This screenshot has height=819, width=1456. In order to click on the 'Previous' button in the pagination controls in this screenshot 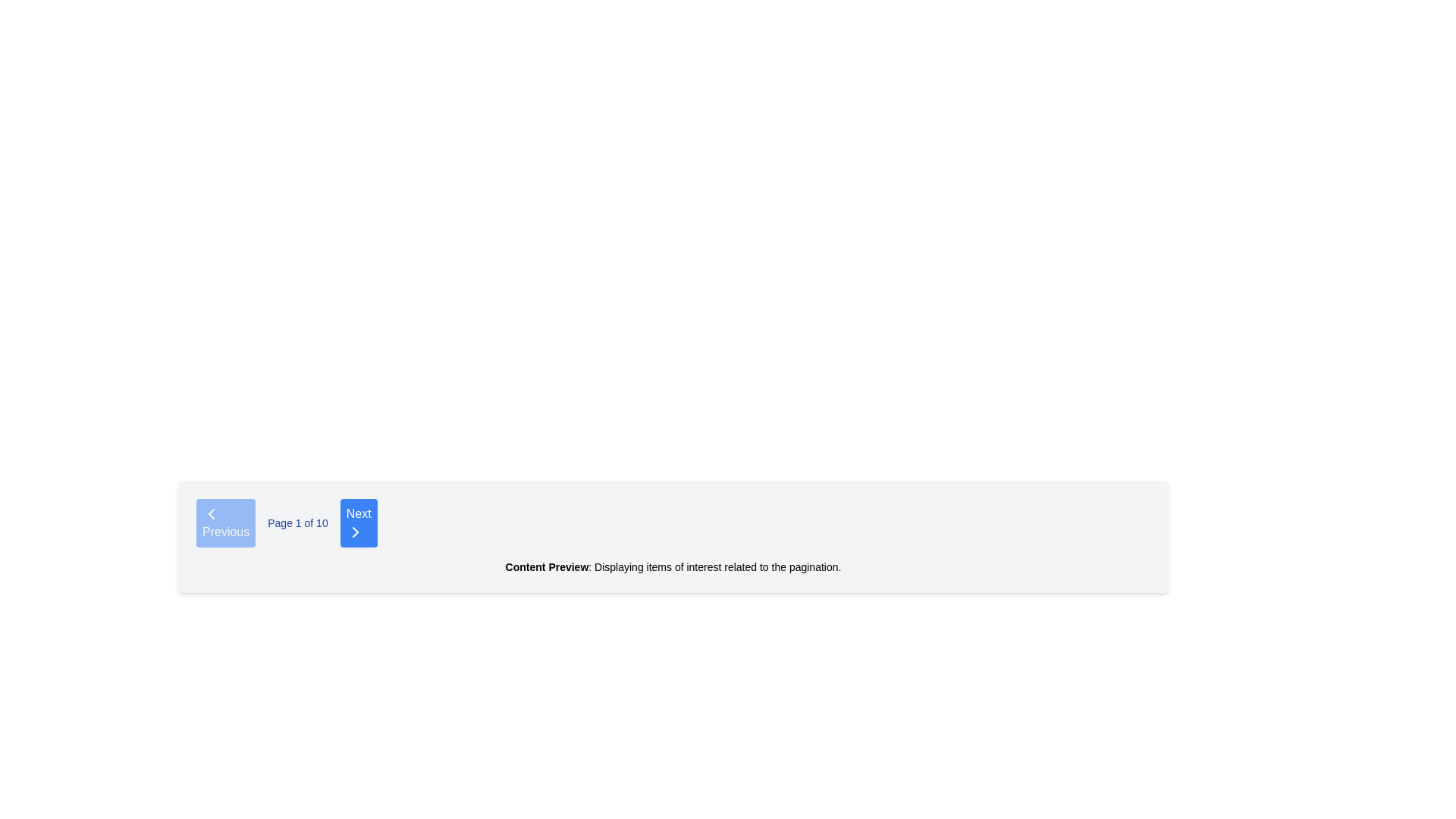, I will do `click(225, 522)`.